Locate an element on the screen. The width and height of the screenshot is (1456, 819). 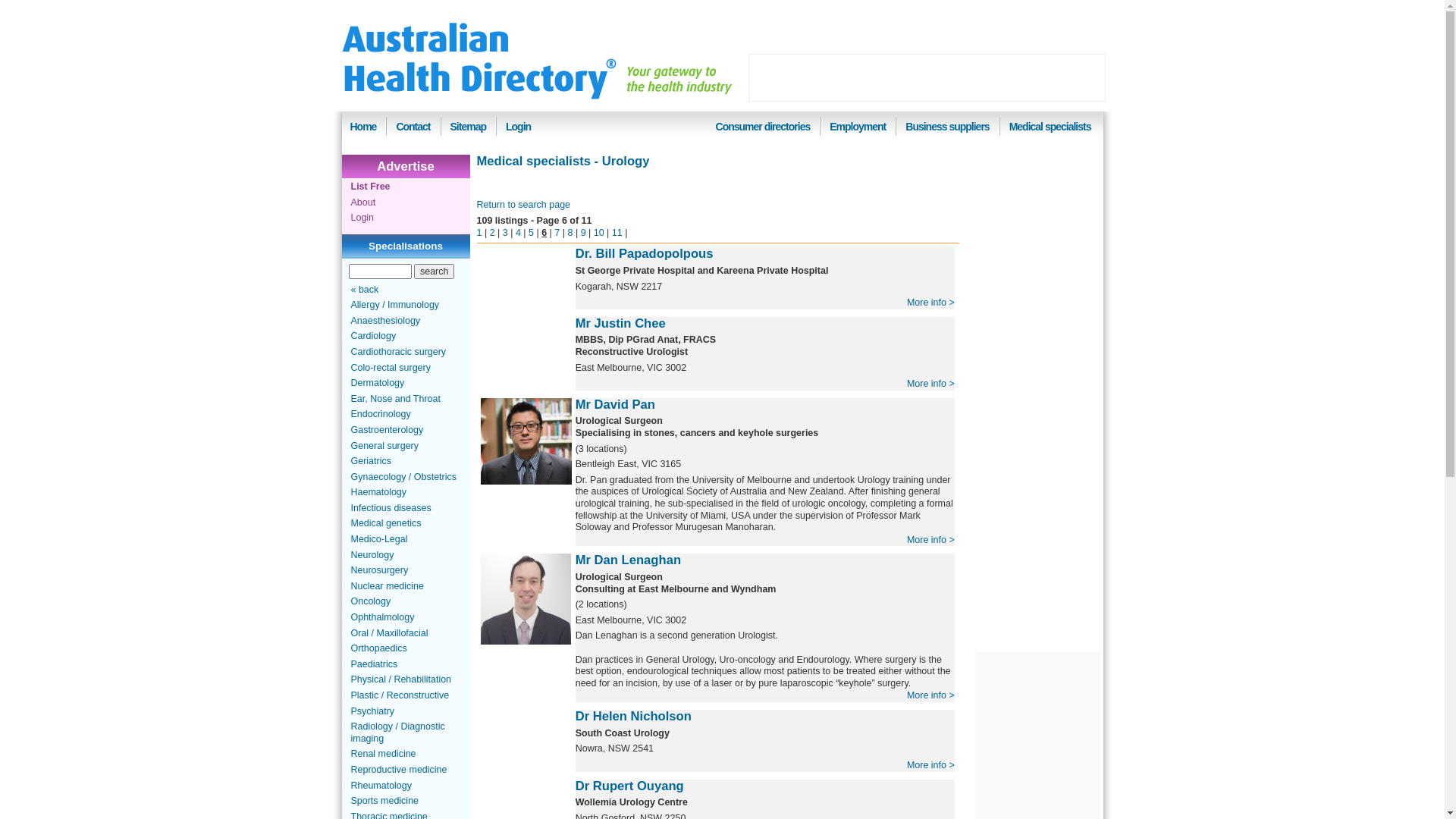
'Reproductive medicine' is located at coordinates (398, 769).